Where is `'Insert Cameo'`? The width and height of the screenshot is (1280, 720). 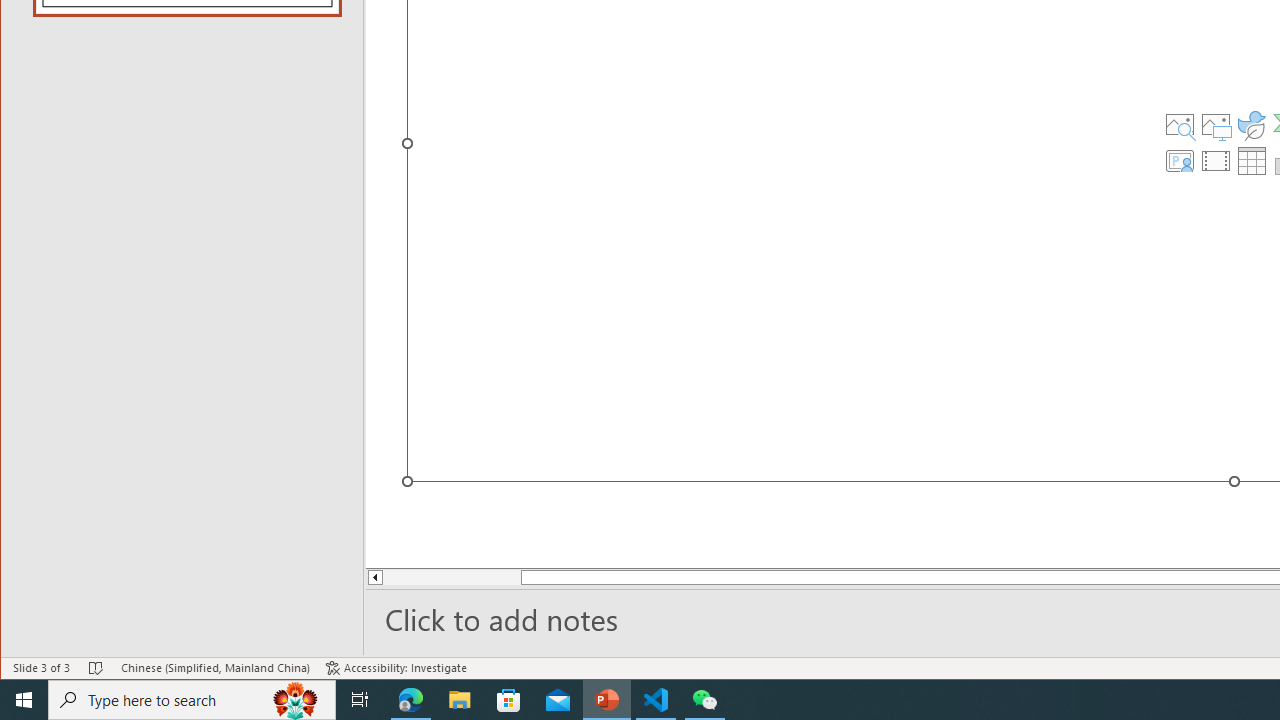
'Insert Cameo' is located at coordinates (1179, 159).